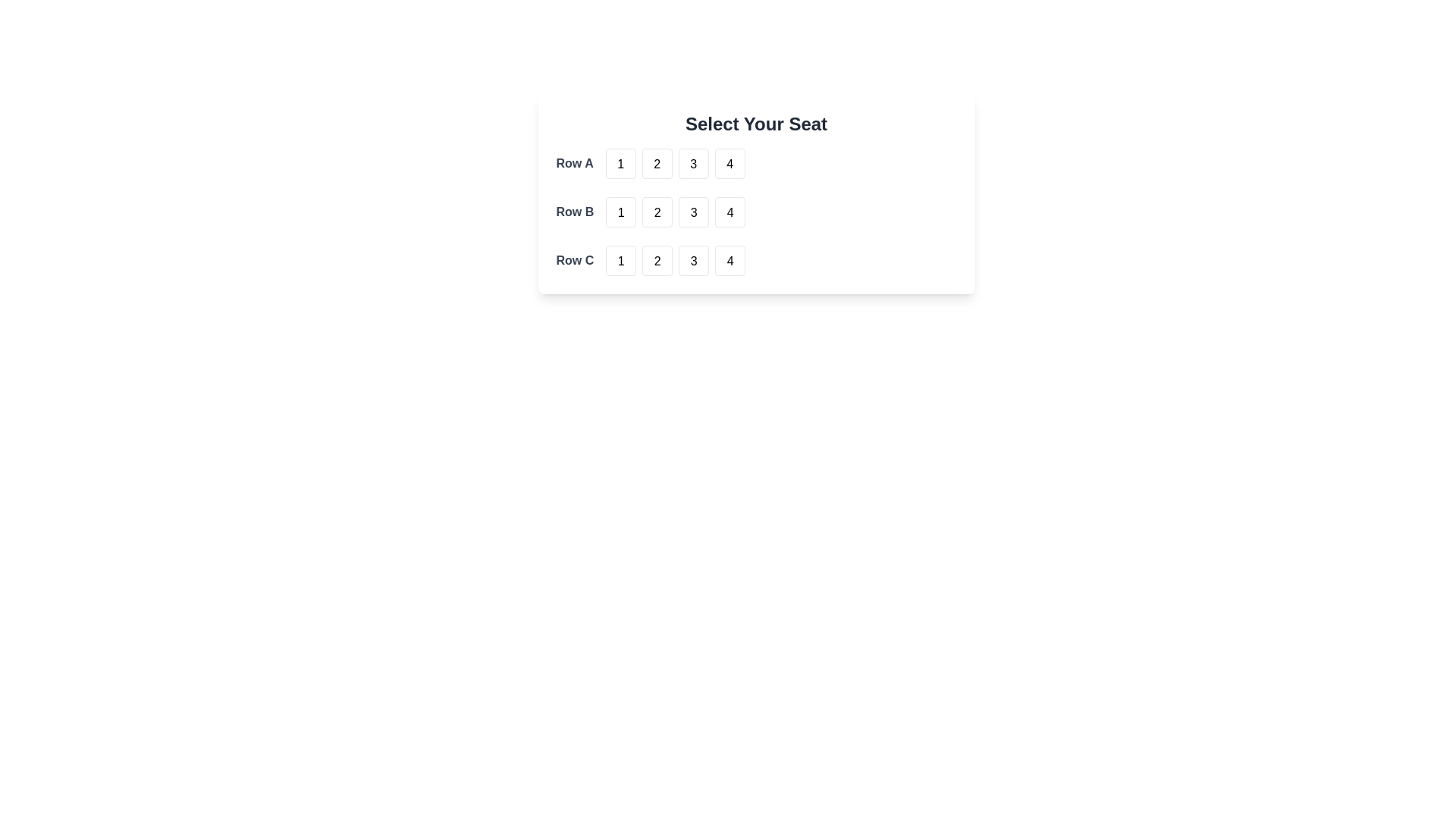 Image resolution: width=1456 pixels, height=819 pixels. Describe the element at coordinates (693, 212) in the screenshot. I see `the selectable button representing seat number 3 in 'Row B'` at that location.